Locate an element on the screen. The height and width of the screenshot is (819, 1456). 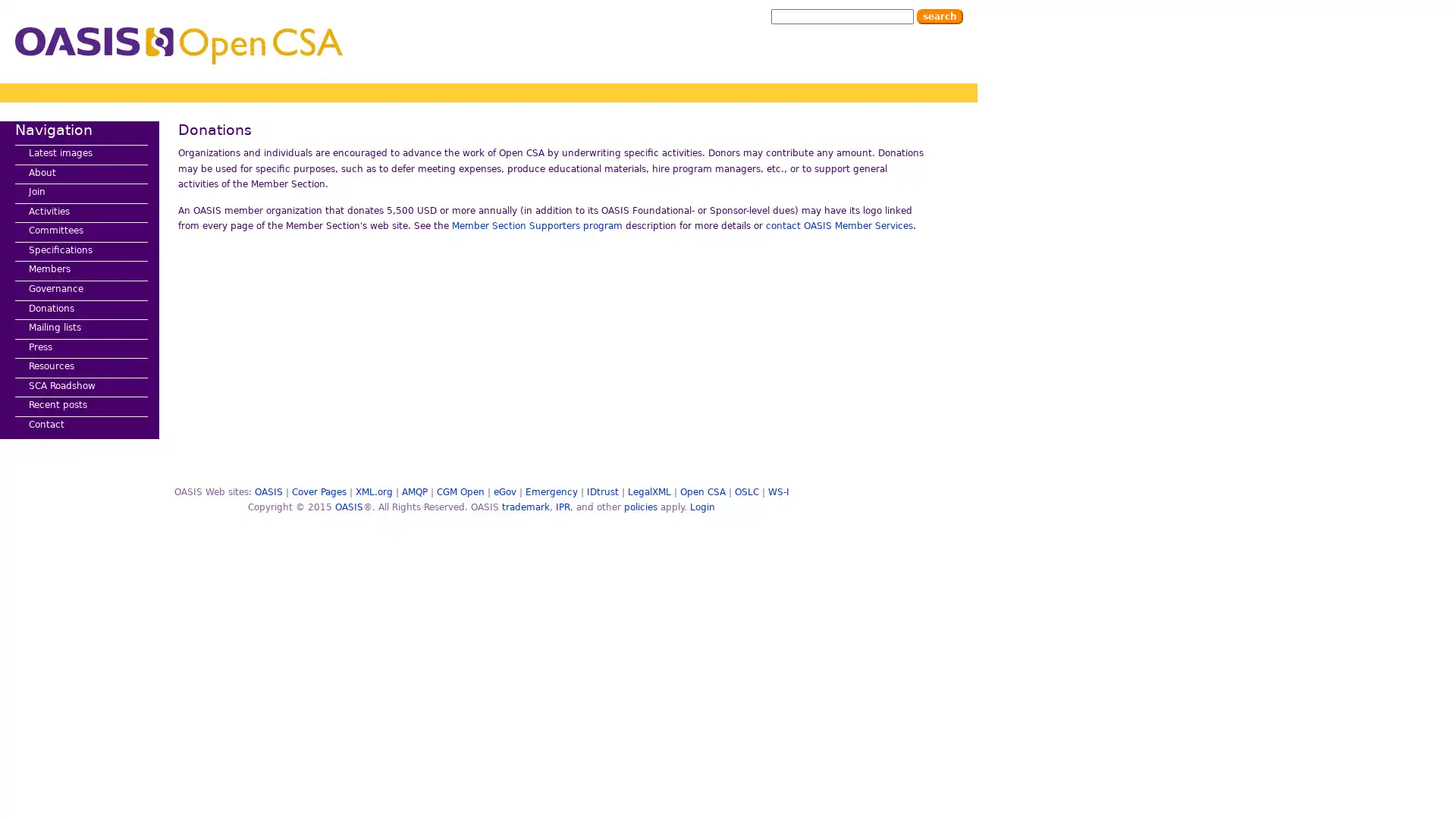
Search is located at coordinates (939, 17).